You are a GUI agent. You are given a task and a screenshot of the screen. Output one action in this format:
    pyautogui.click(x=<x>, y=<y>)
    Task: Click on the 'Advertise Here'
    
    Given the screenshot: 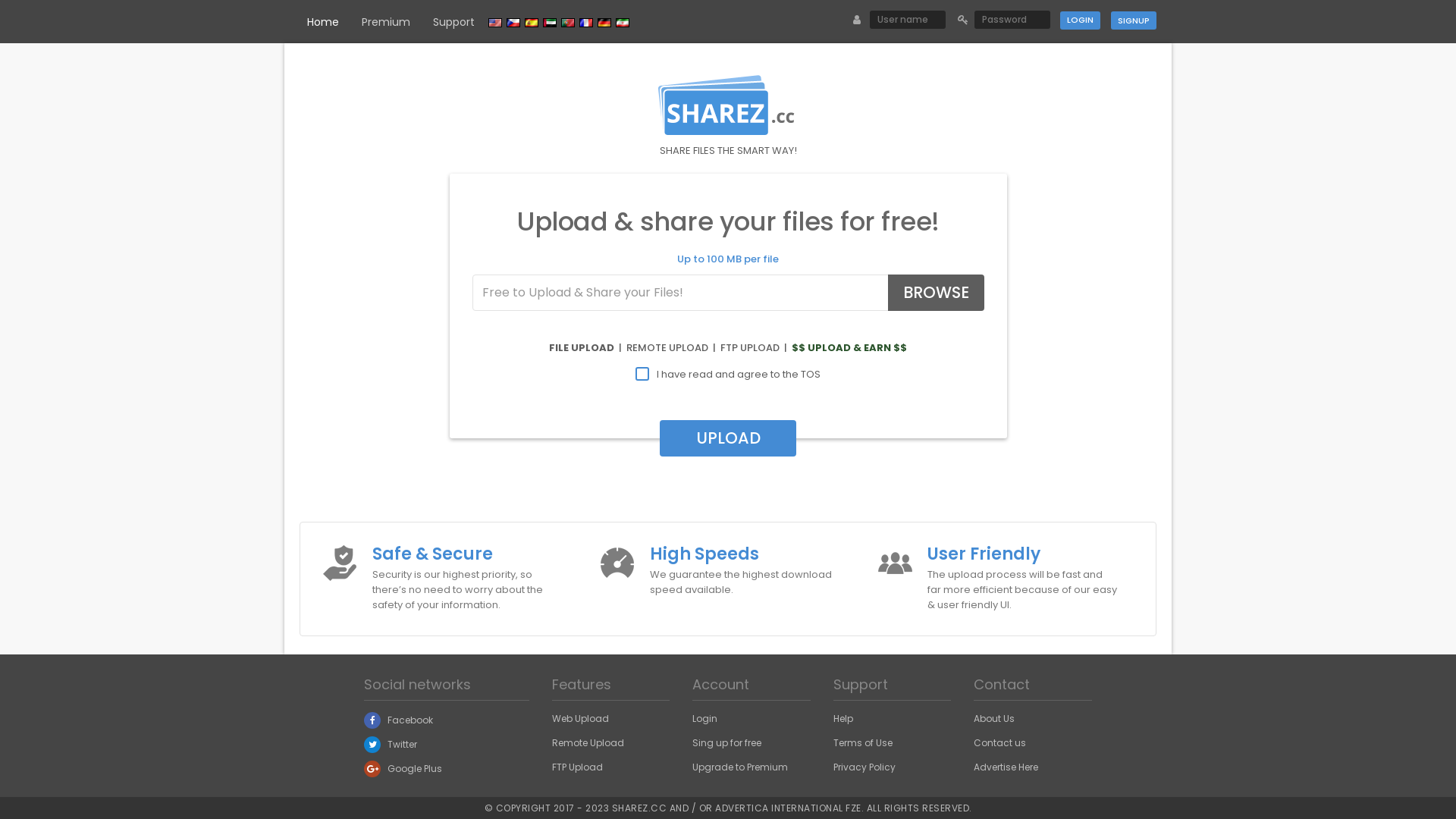 What is the action you would take?
    pyautogui.click(x=1006, y=767)
    